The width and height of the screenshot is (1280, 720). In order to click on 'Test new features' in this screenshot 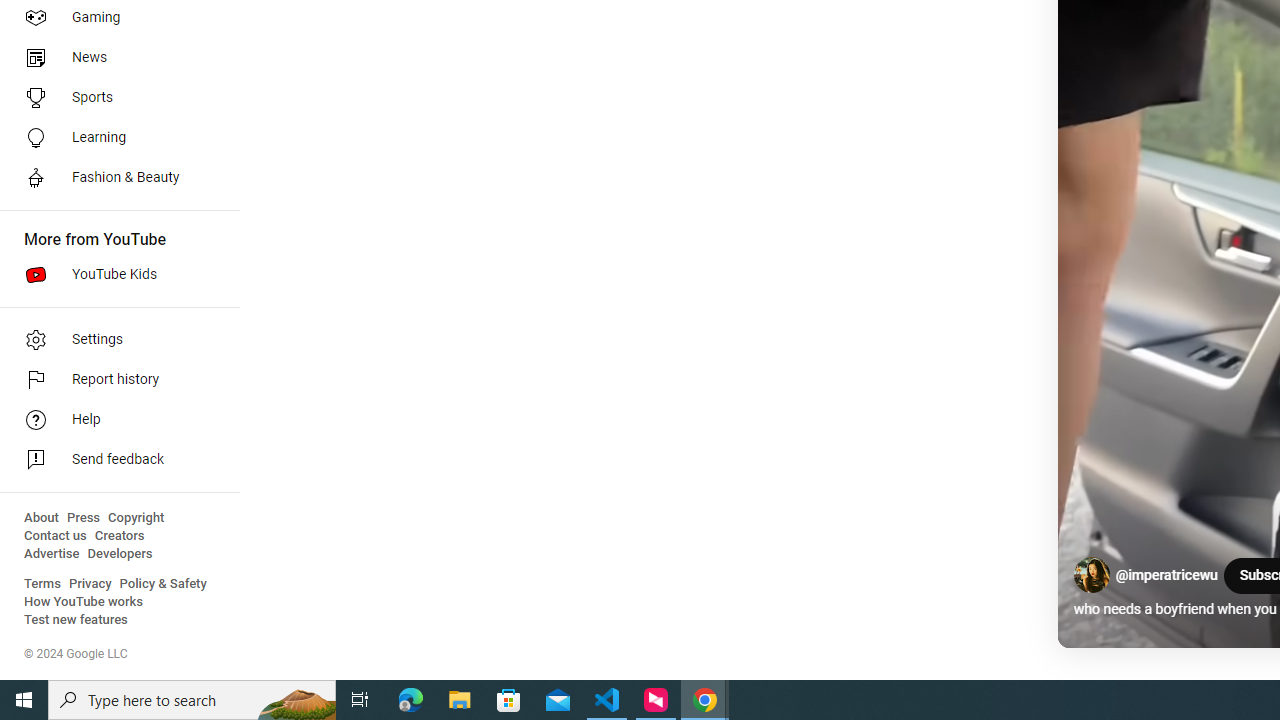, I will do `click(76, 619)`.